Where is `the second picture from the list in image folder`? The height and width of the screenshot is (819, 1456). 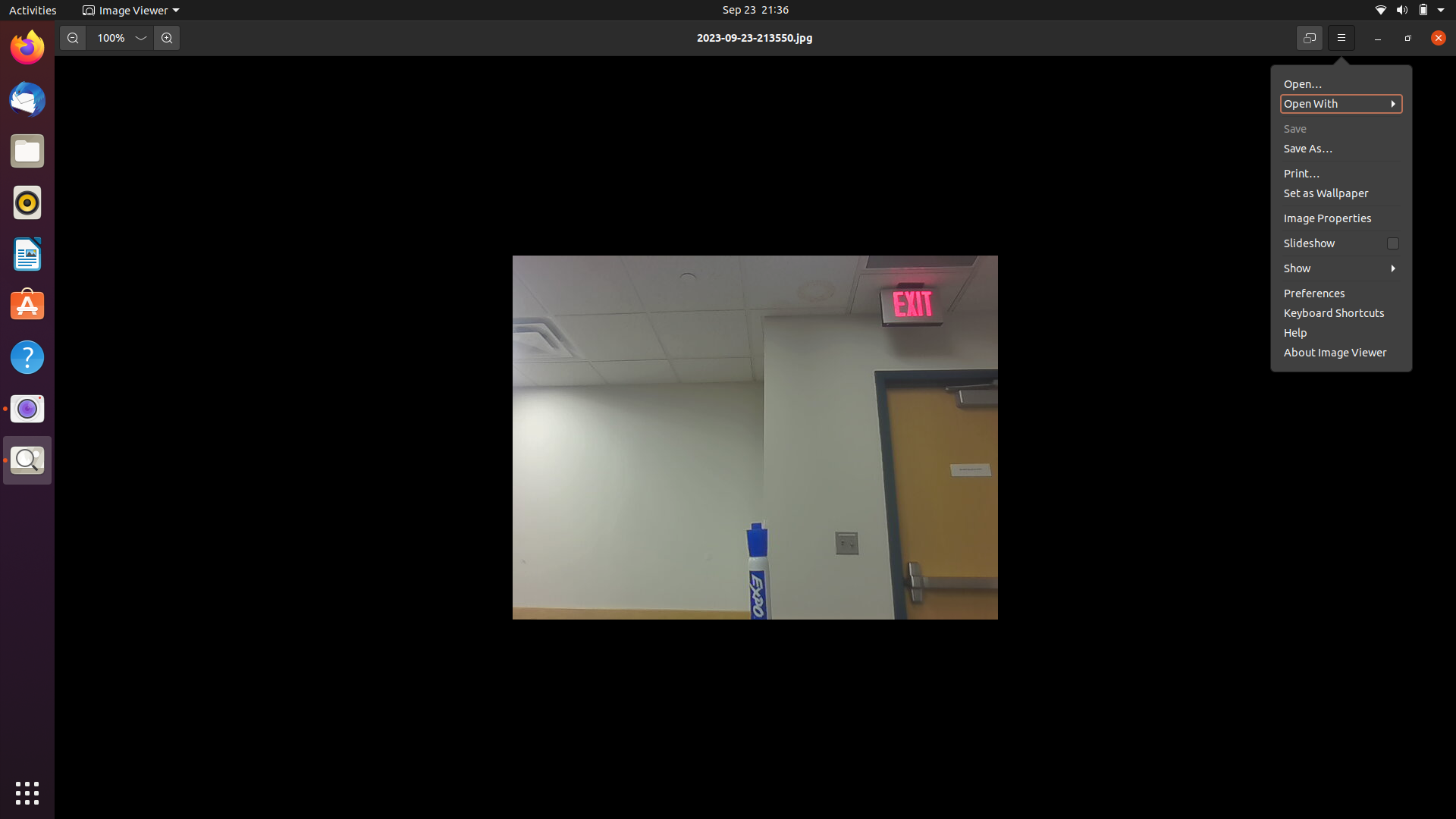
the second picture from the list in image folder is located at coordinates (1341, 103).